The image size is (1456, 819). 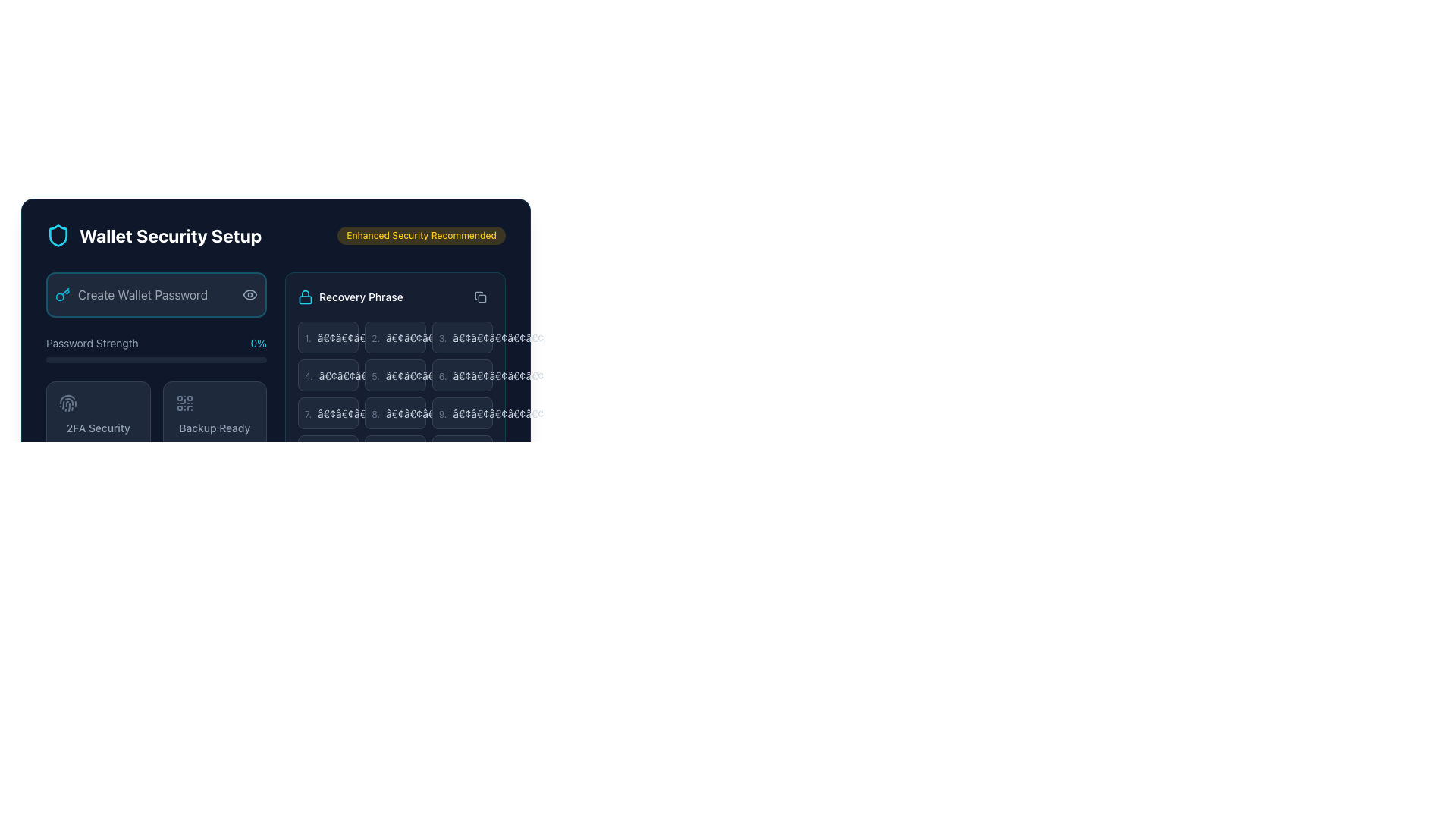 What do you see at coordinates (67, 403) in the screenshot?
I see `the fingerprint icon inside the '2FA Security' card in the 'Wallet Security Setup' section to interact with biometric security settings` at bounding box center [67, 403].